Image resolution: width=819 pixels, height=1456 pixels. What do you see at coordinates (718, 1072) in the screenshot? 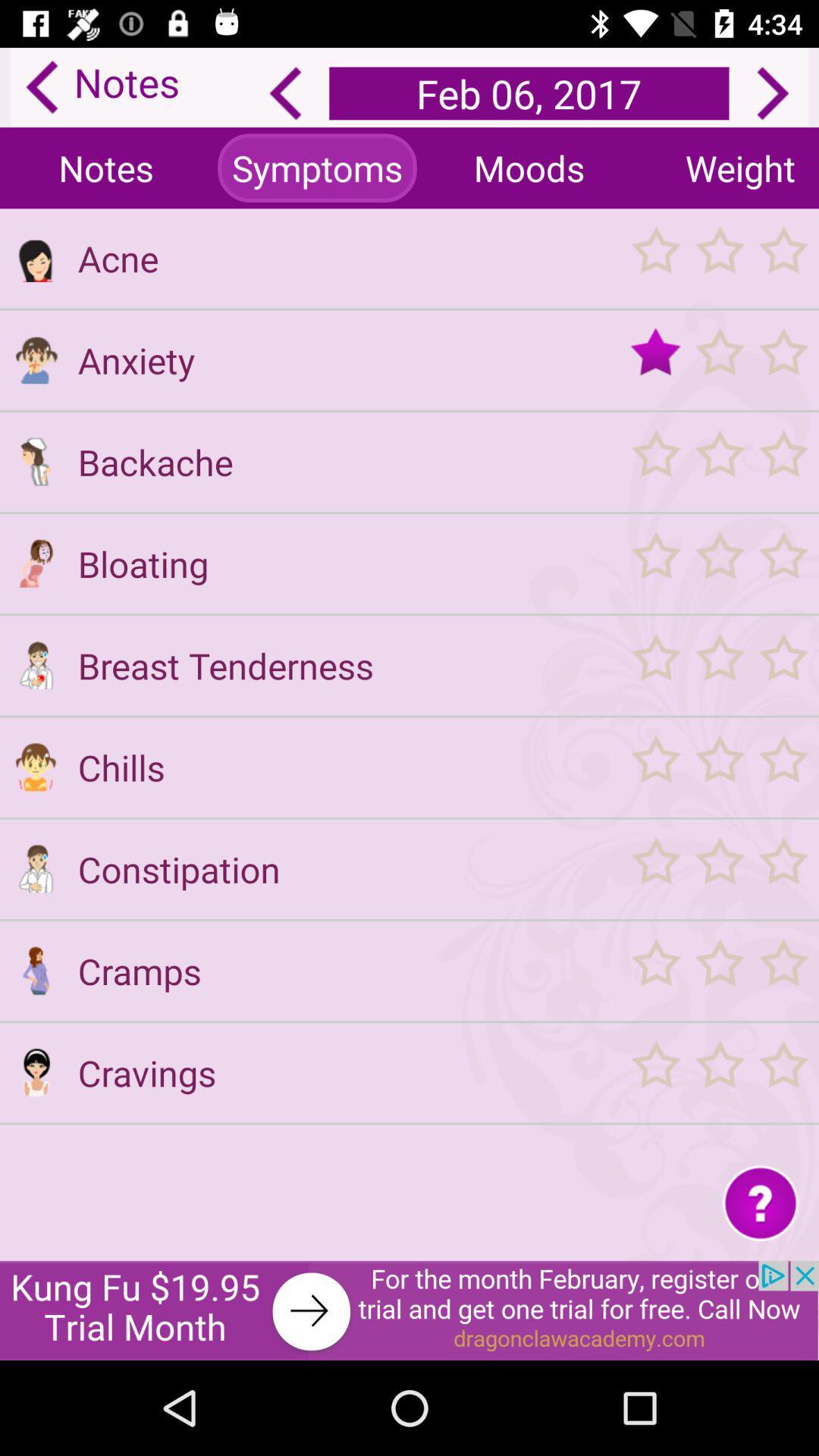
I see `rate cravings` at bounding box center [718, 1072].